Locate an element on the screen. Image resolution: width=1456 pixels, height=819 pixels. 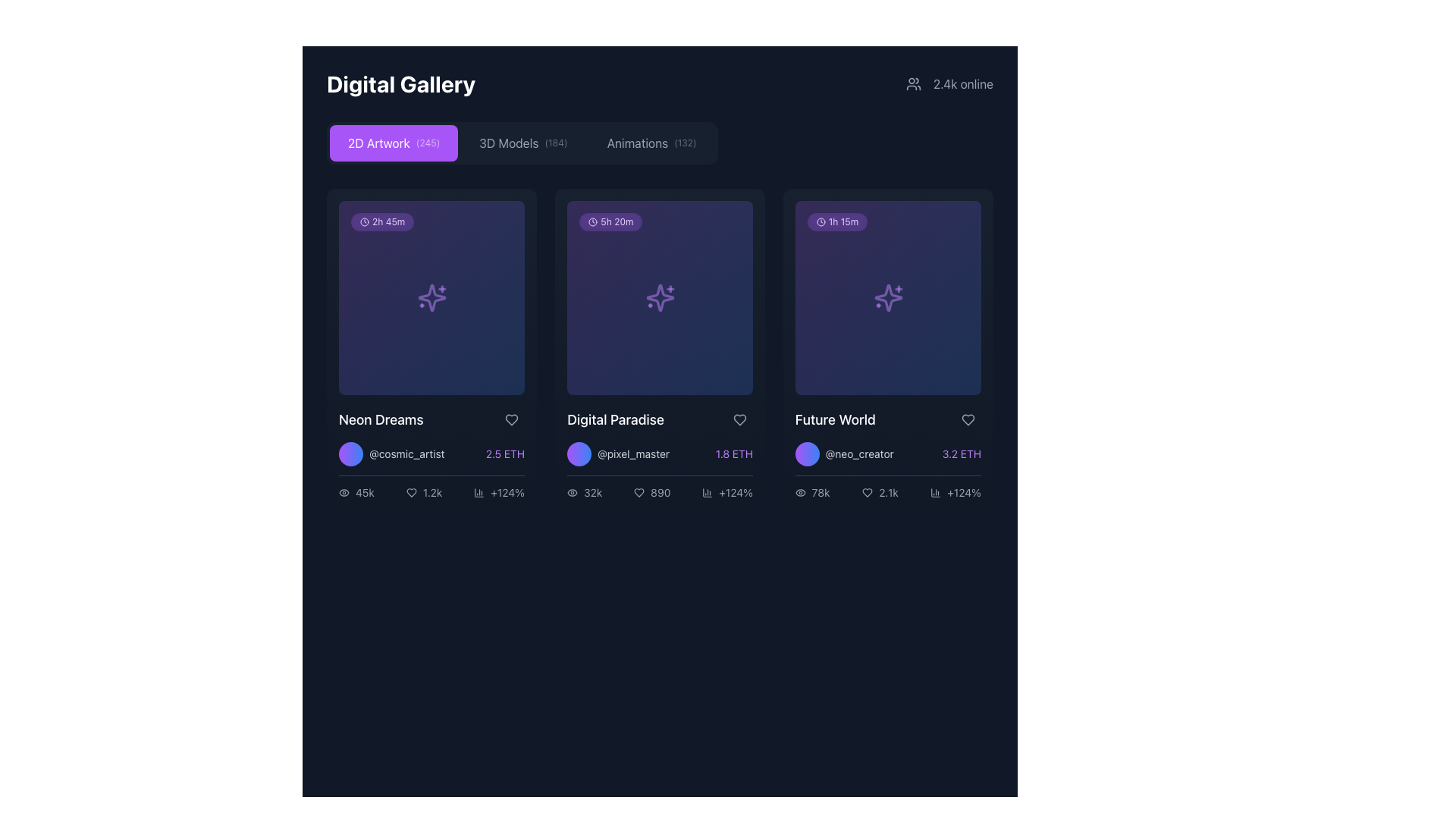
the star-shaped decorative icon with a sparkly design, located within the purple card titled 'Digital Paradise' is located at coordinates (660, 298).